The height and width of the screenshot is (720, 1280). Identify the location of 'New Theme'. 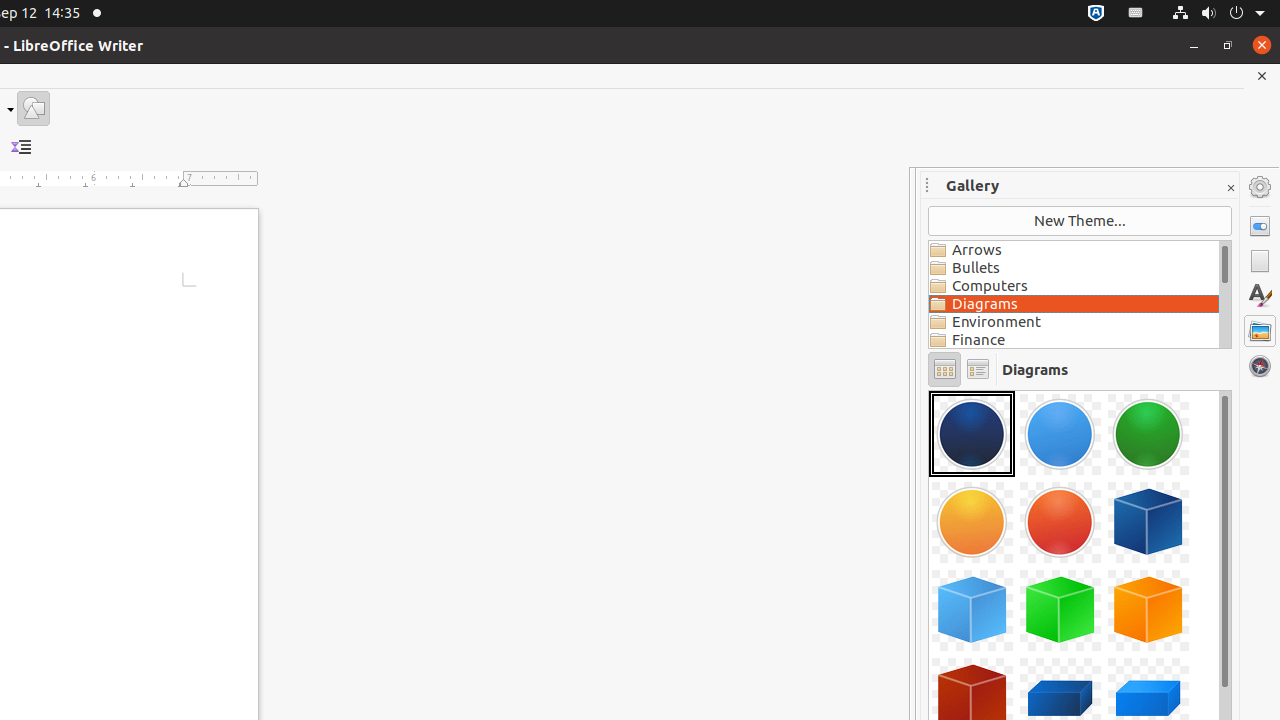
(1079, 220).